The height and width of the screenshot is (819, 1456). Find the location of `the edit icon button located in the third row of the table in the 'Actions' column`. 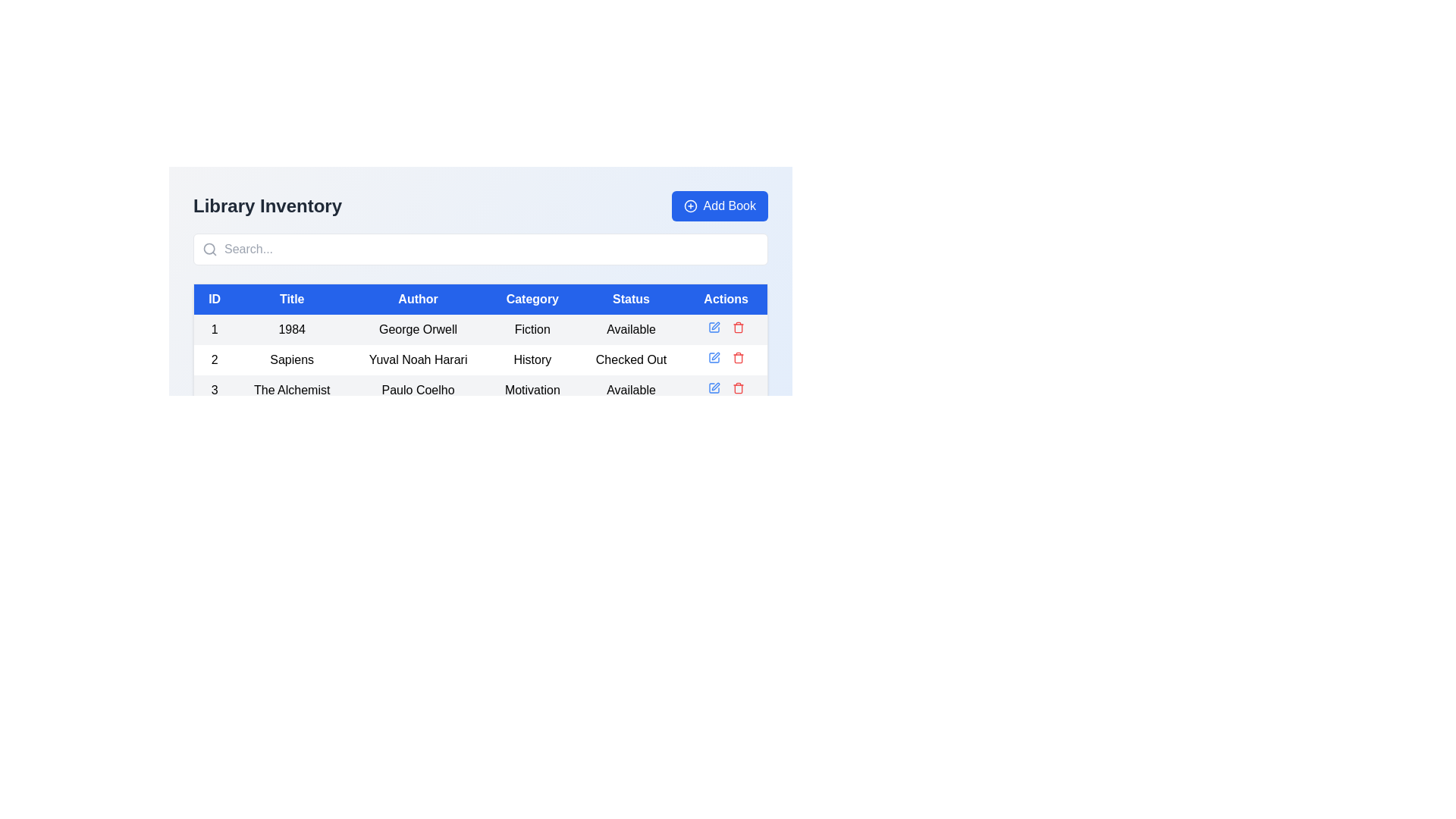

the edit icon button located in the third row of the table in the 'Actions' column is located at coordinates (713, 388).